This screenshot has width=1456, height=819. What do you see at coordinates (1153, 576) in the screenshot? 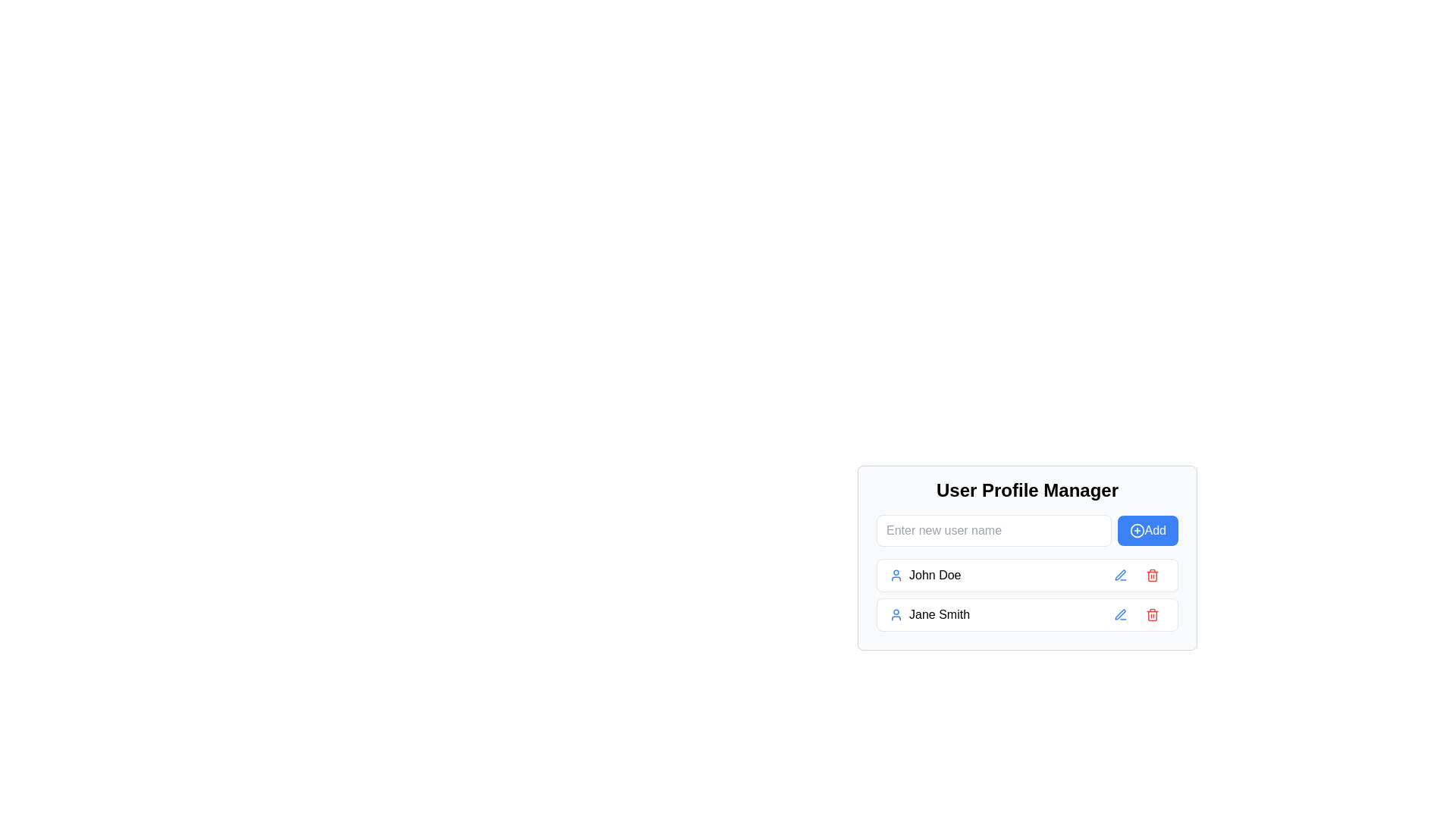
I see `the red trash can icon adjacent to 'John Doe' in the 'User Profile Manager'` at bounding box center [1153, 576].